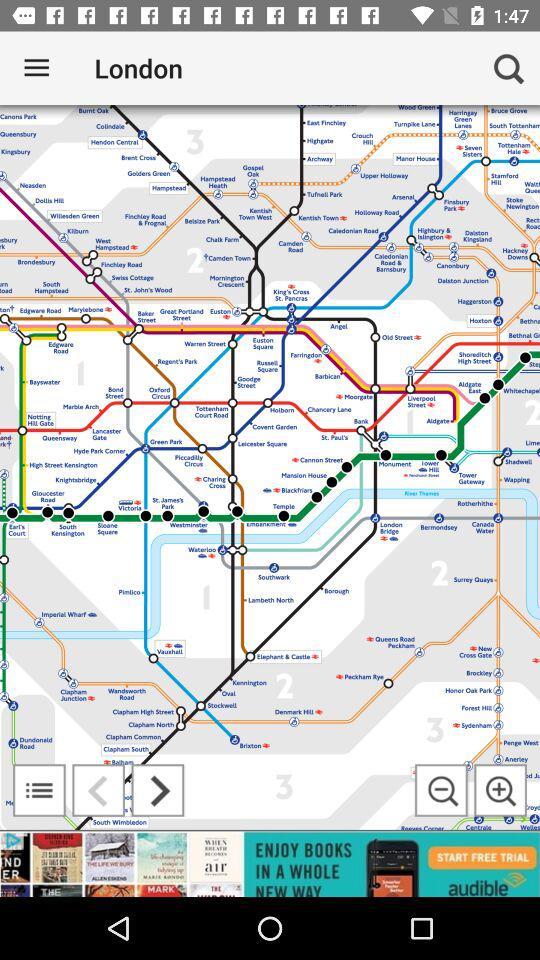 The height and width of the screenshot is (960, 540). I want to click on menu, so click(39, 790).